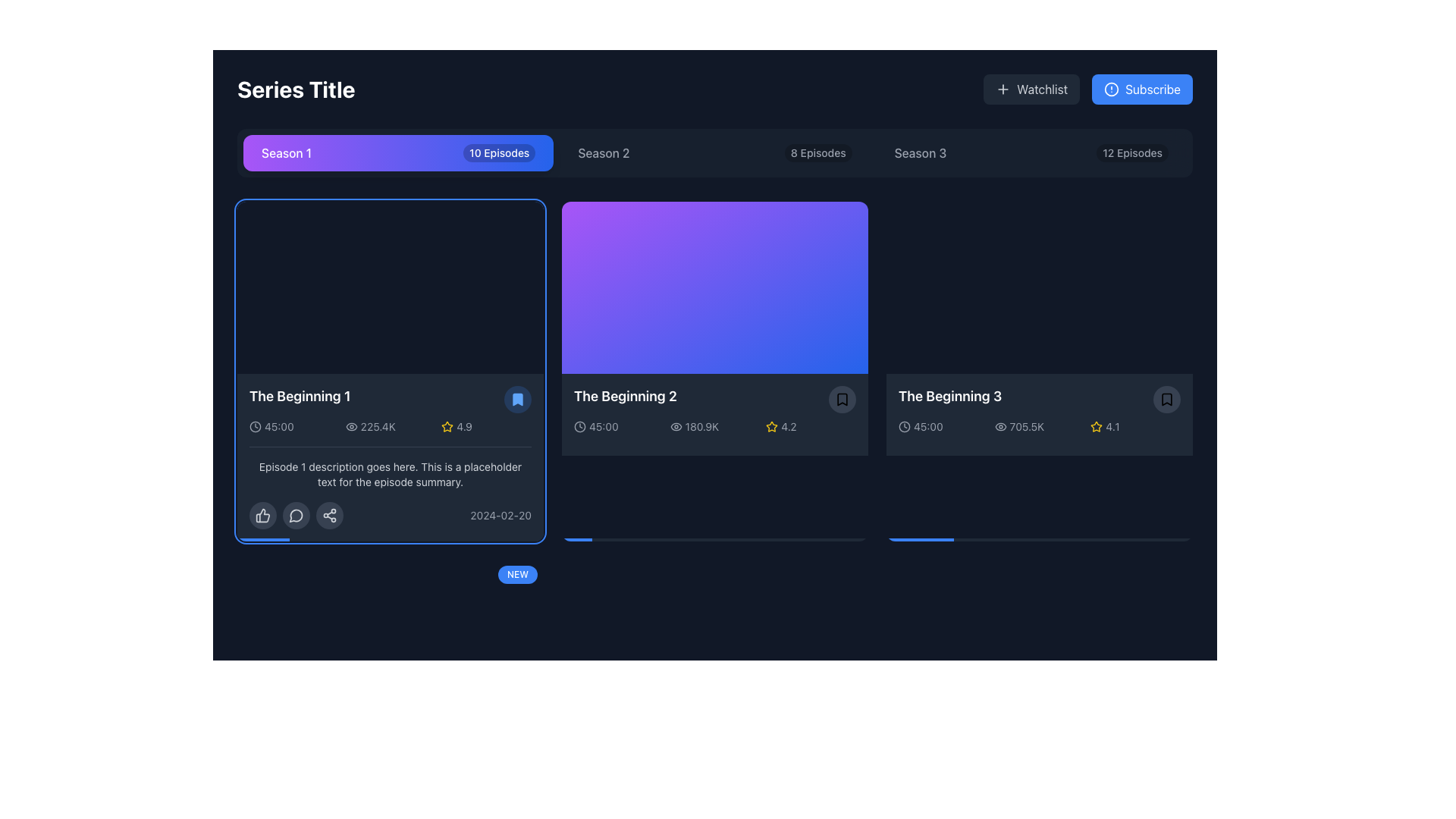  I want to click on the decorative rating score icon that visually represents a score of '4.9' and is located at the bottom-right corner of the first card in the series list, so click(447, 427).